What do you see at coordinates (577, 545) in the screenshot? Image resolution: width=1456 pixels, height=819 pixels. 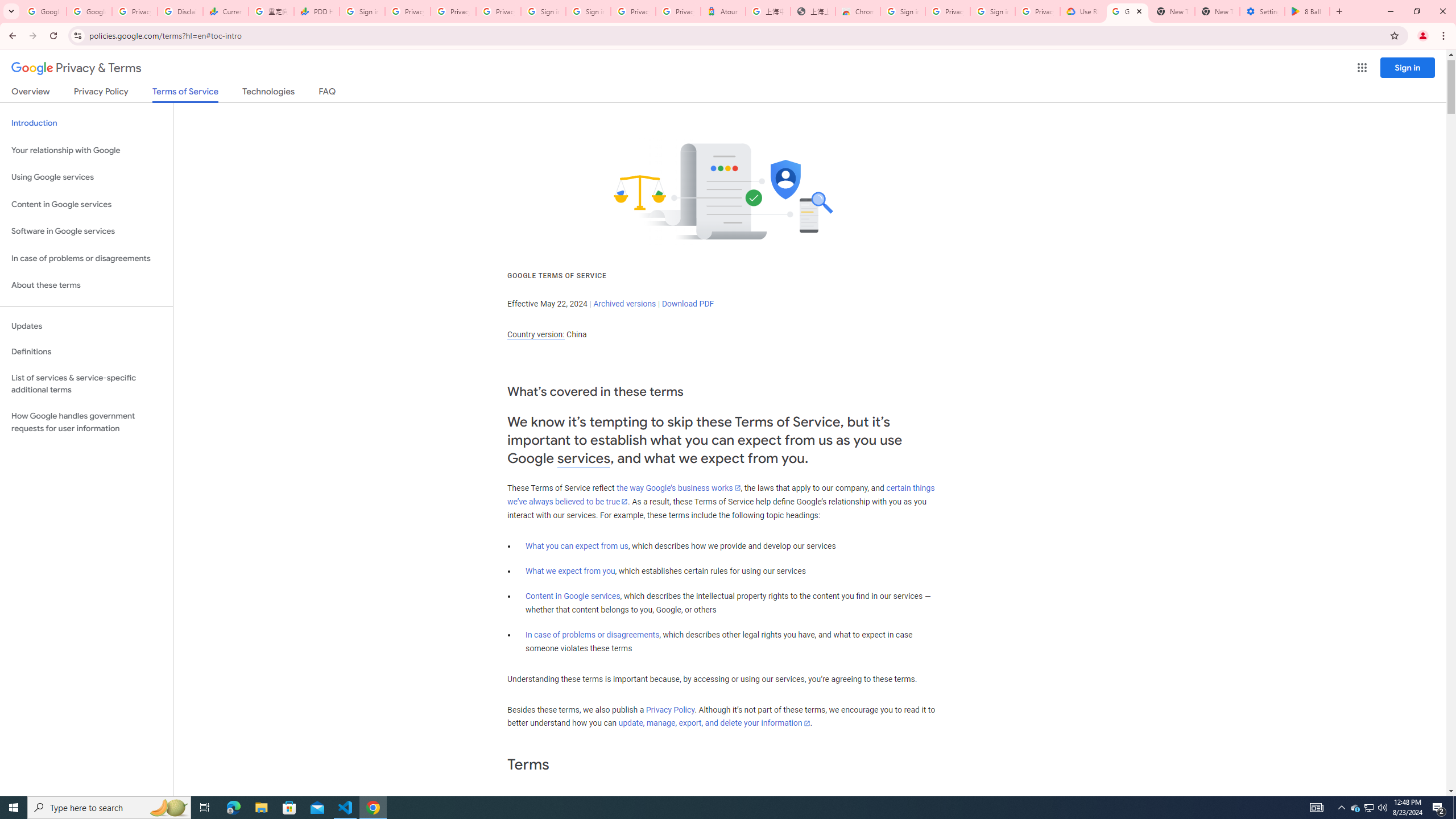 I see `'What you can expect from us'` at bounding box center [577, 545].